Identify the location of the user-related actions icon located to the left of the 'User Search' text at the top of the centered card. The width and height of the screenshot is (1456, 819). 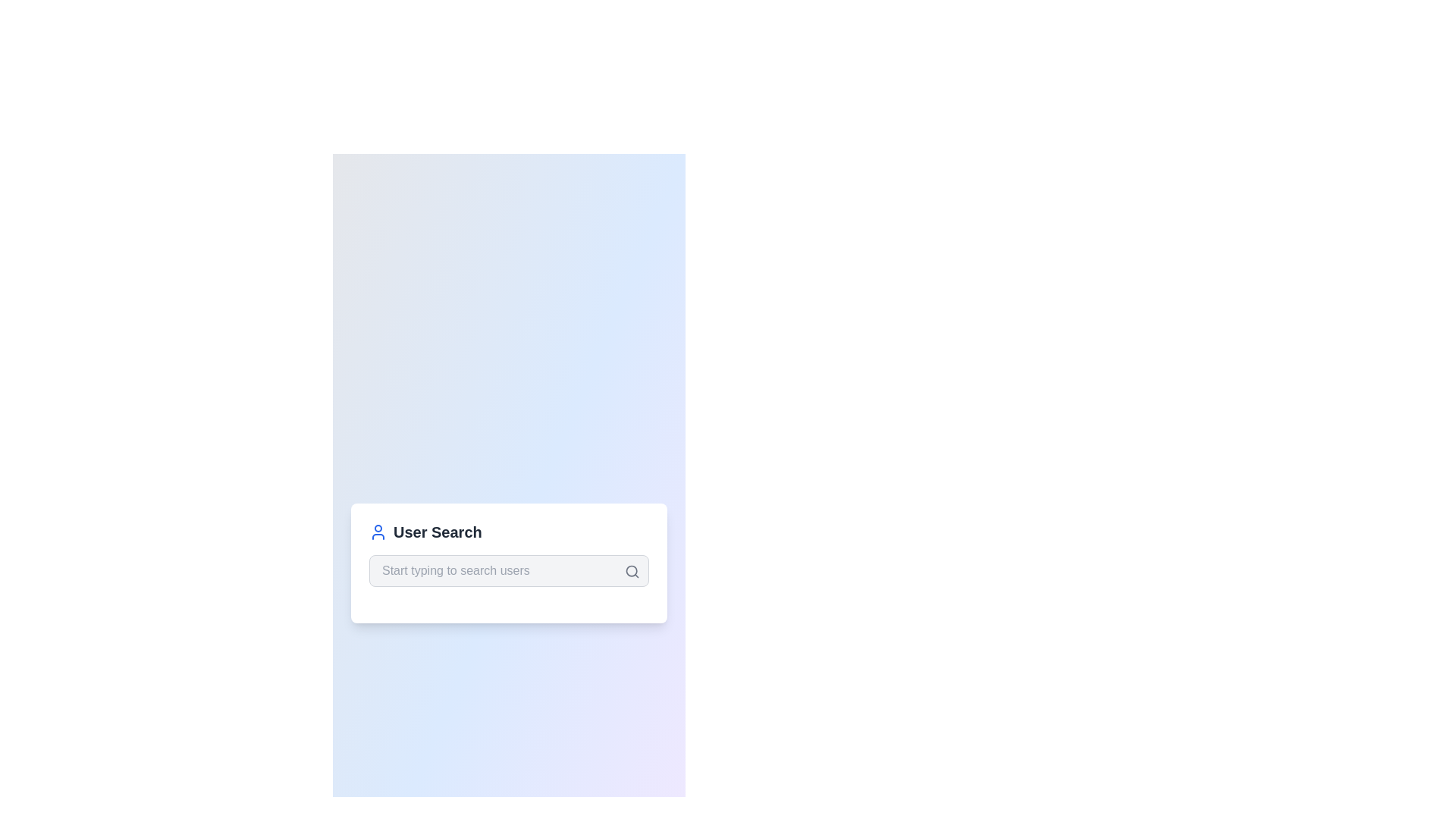
(378, 532).